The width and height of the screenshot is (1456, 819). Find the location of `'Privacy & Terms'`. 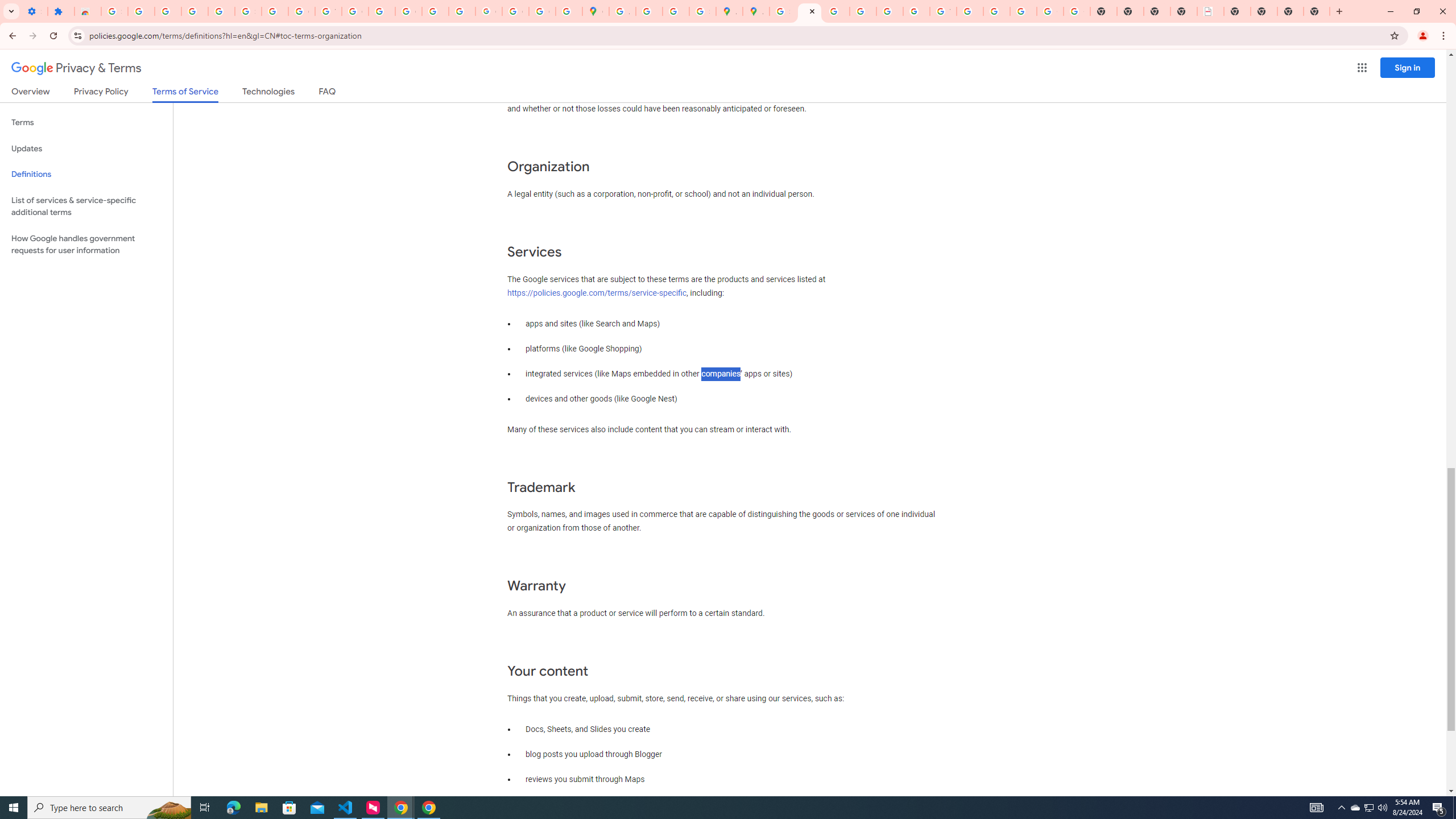

'Privacy & Terms' is located at coordinates (76, 68).